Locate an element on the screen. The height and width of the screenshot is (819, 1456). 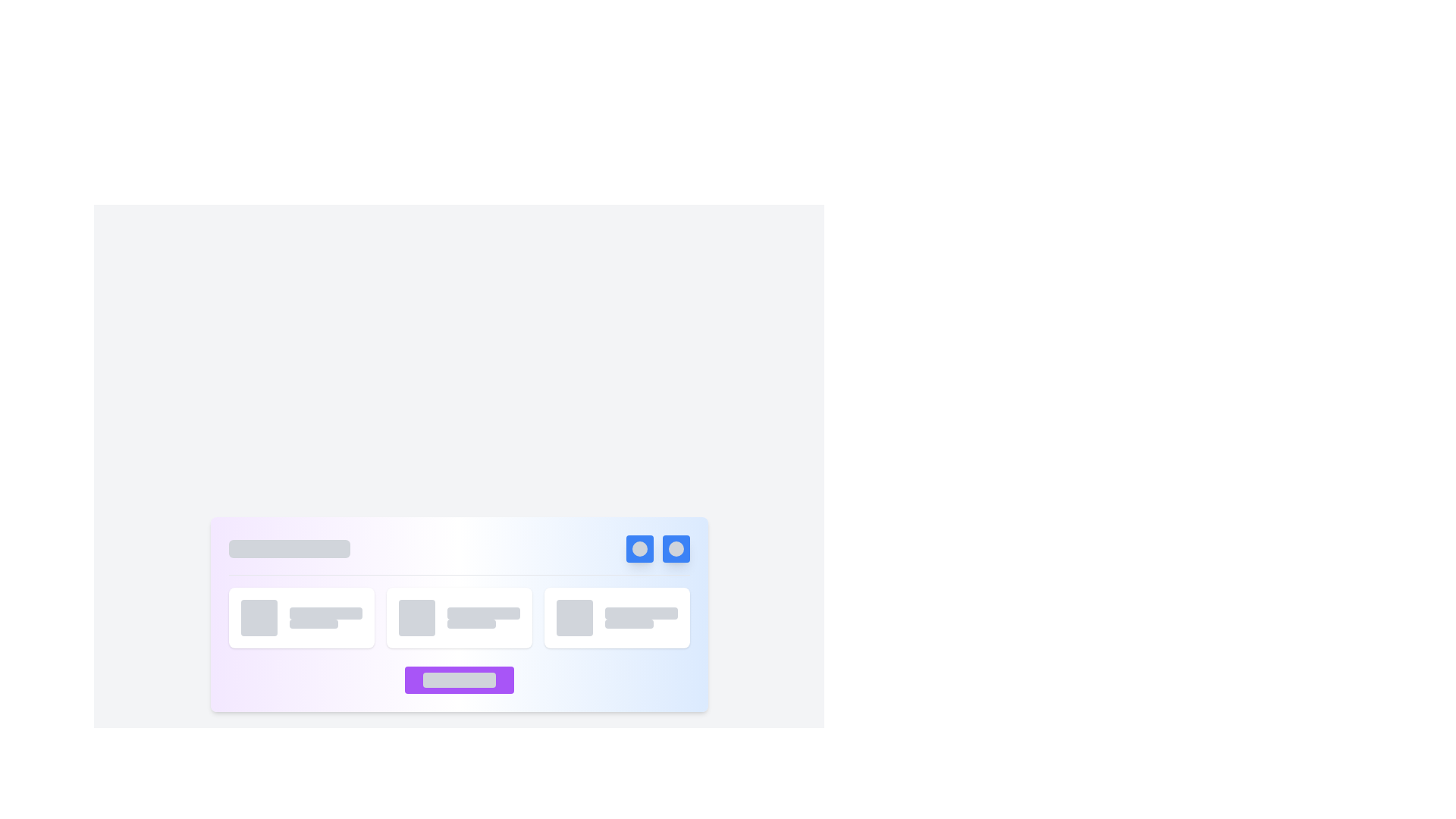
the centrally located button that triggers an action or transition when clicked is located at coordinates (458, 679).